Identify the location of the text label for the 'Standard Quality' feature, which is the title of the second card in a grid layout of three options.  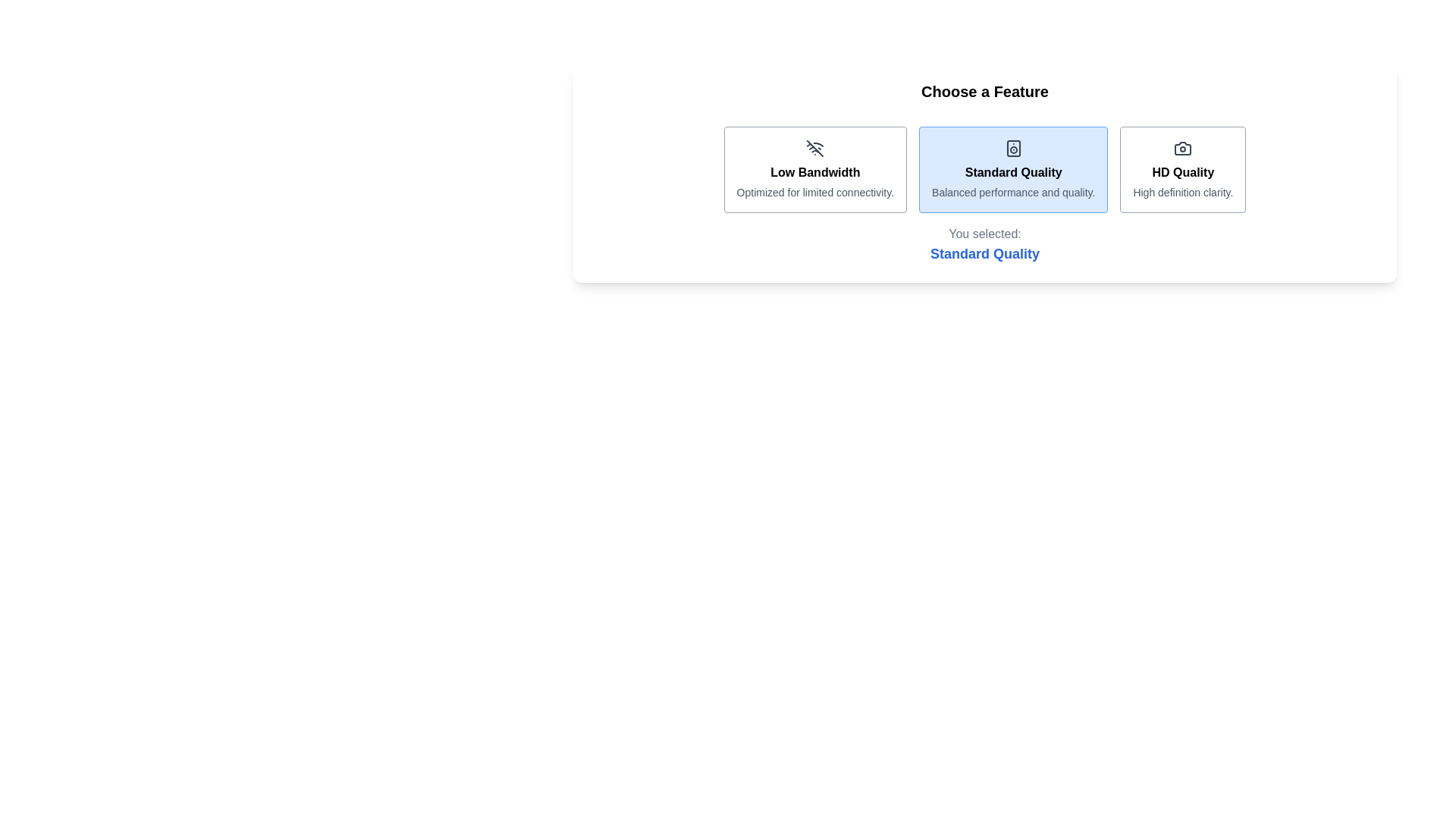
(1013, 171).